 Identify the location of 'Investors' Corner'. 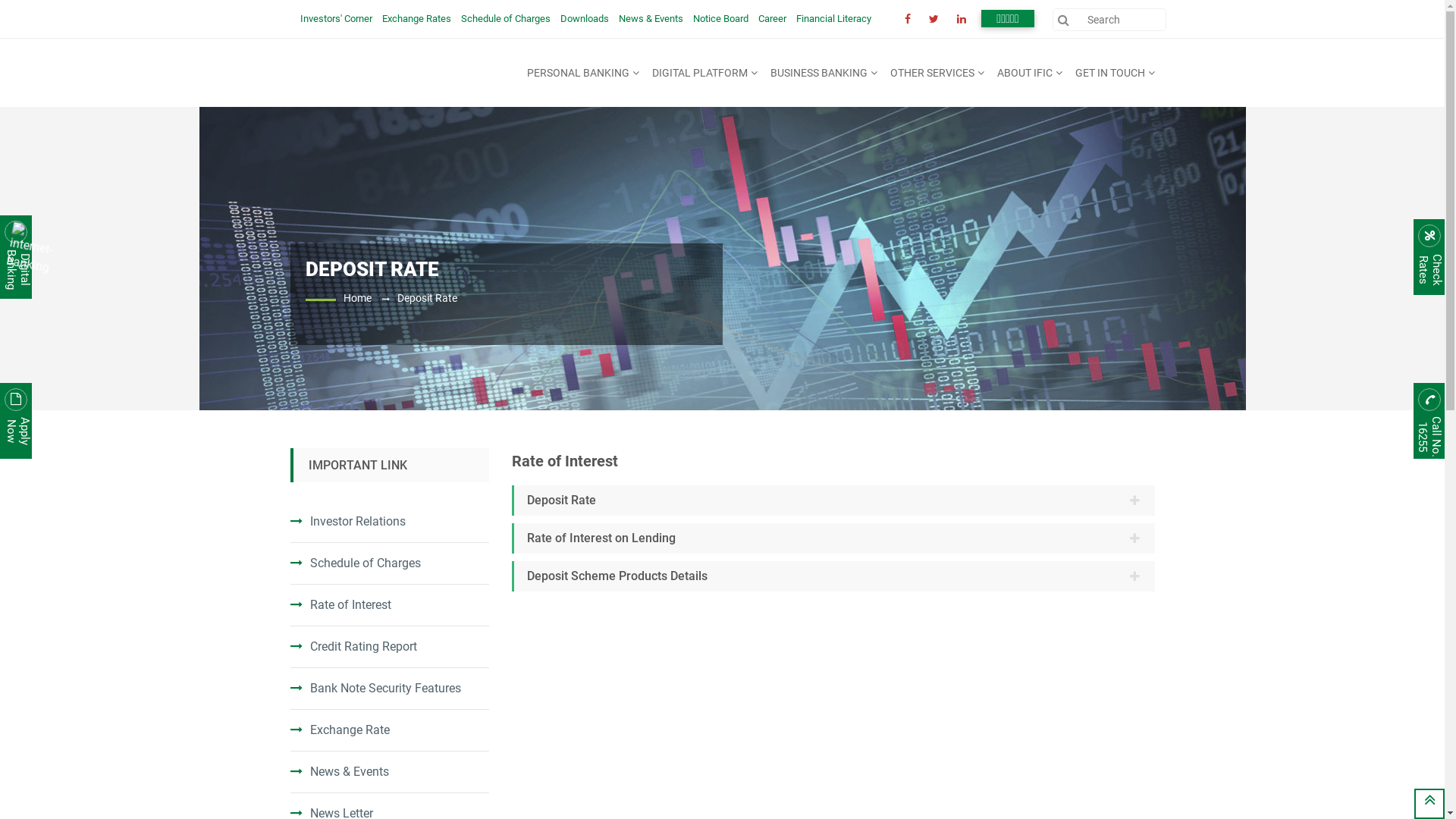
(300, 18).